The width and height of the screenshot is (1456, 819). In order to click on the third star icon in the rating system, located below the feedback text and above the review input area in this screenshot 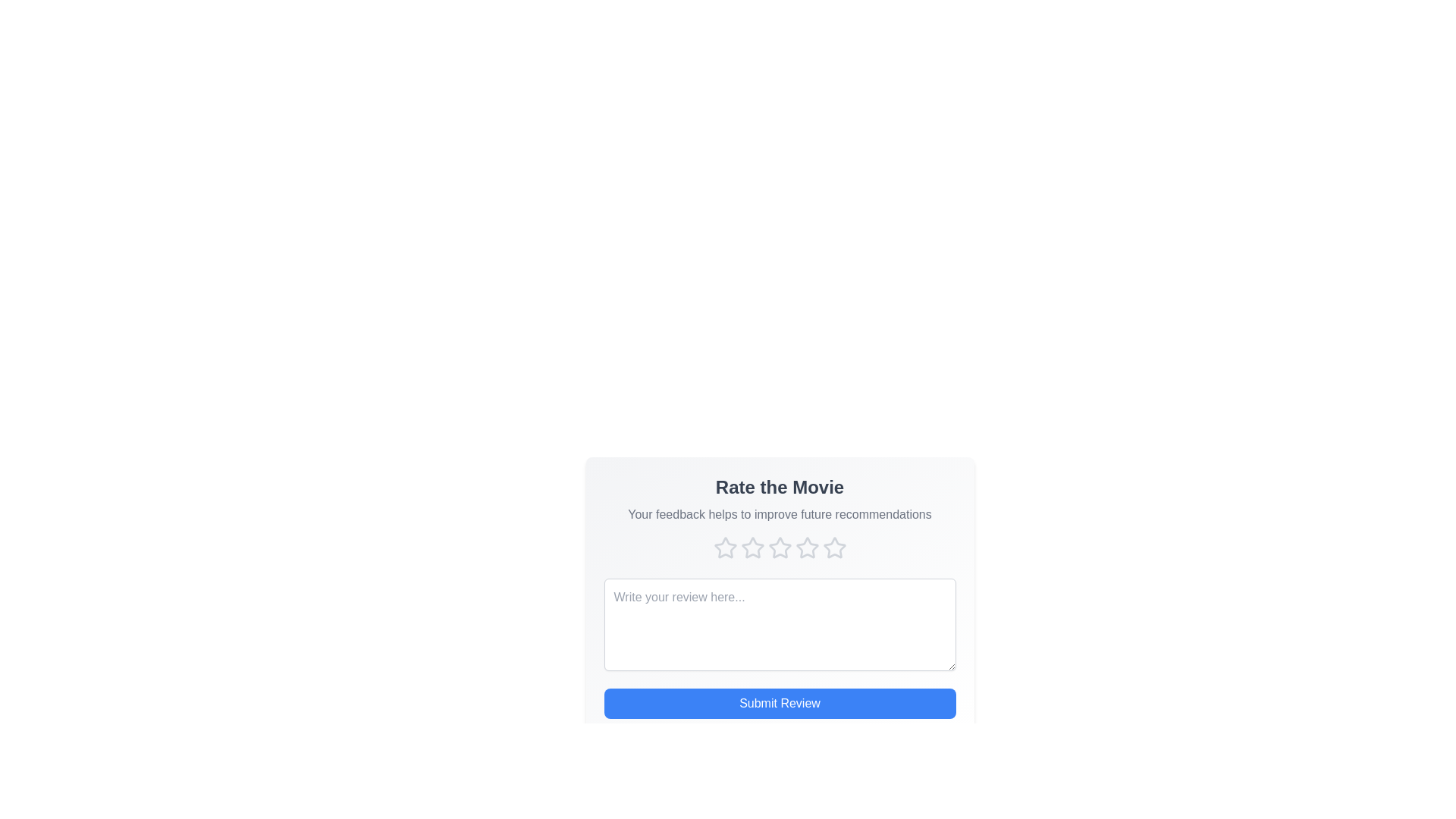, I will do `click(780, 548)`.